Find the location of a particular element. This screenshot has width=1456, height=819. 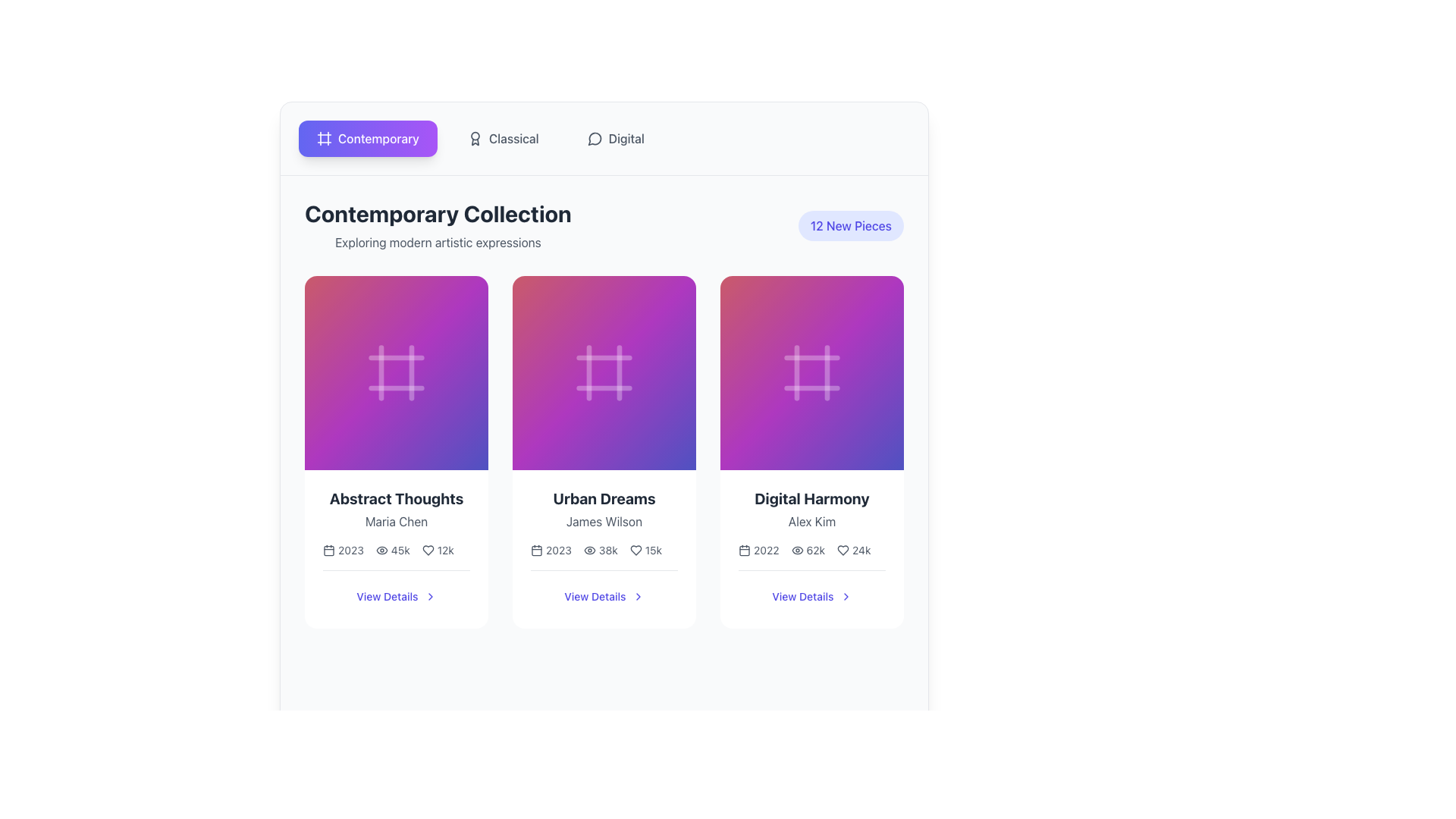

the 'Classical' navigation tab button, which is the second tab in a row of three tabs labeled 'Contemporary', 'Classical', and 'Digital' is located at coordinates (503, 138).